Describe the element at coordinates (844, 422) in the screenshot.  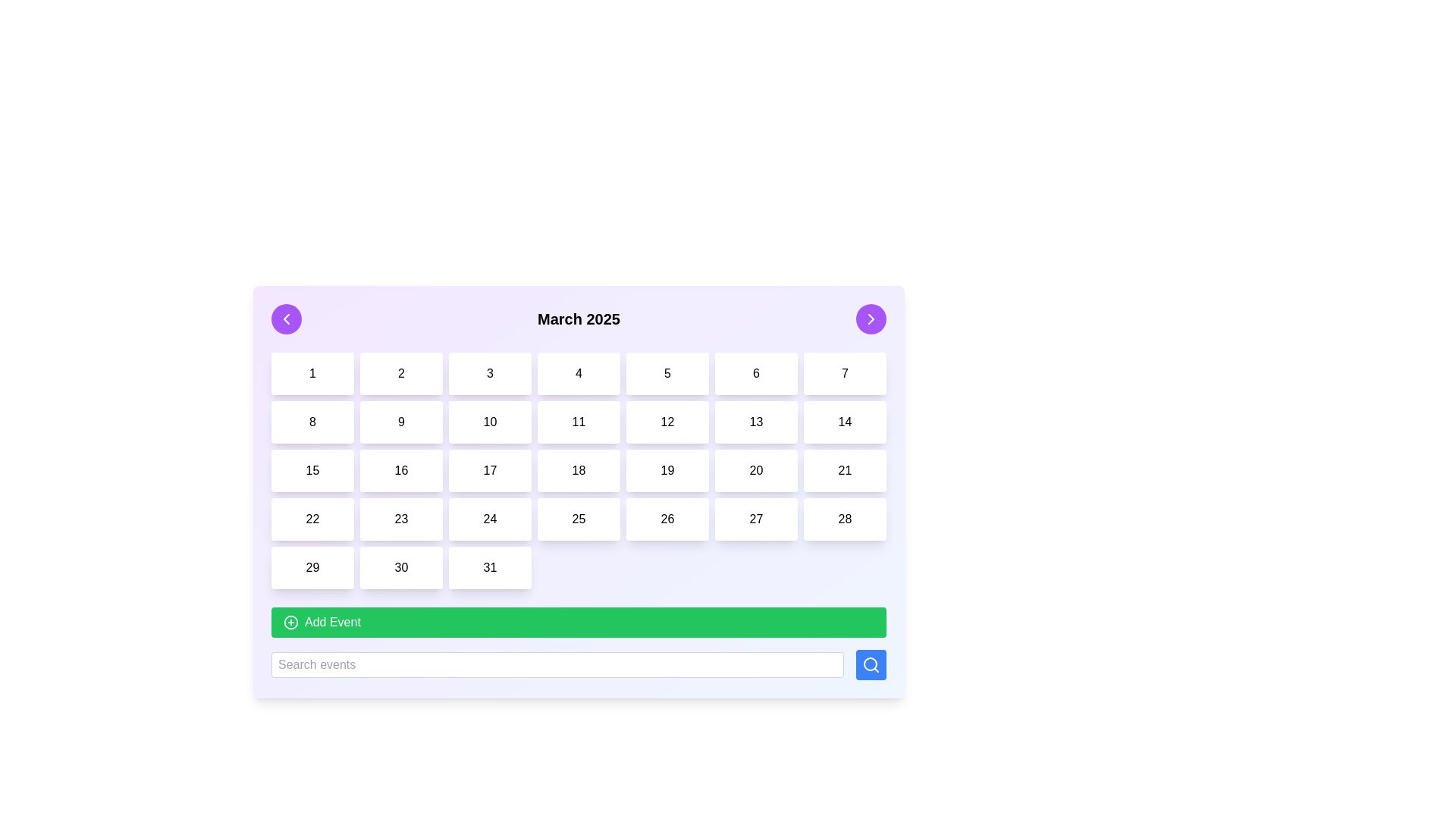
I see `the Calendar Day Cell representing the date '14' located in the second row and seventh column of the calendar layout` at that location.